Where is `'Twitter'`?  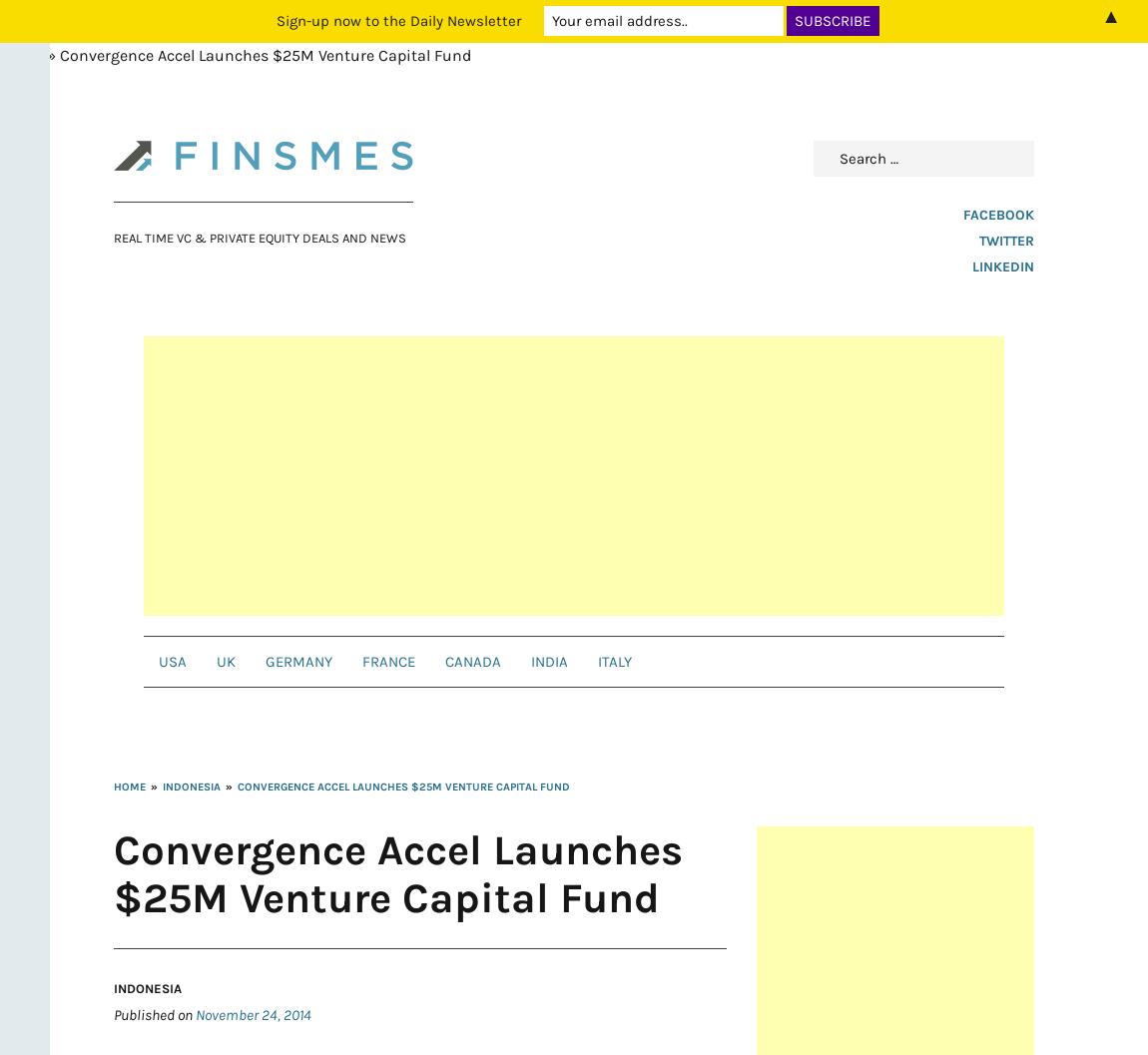 'Twitter' is located at coordinates (978, 240).